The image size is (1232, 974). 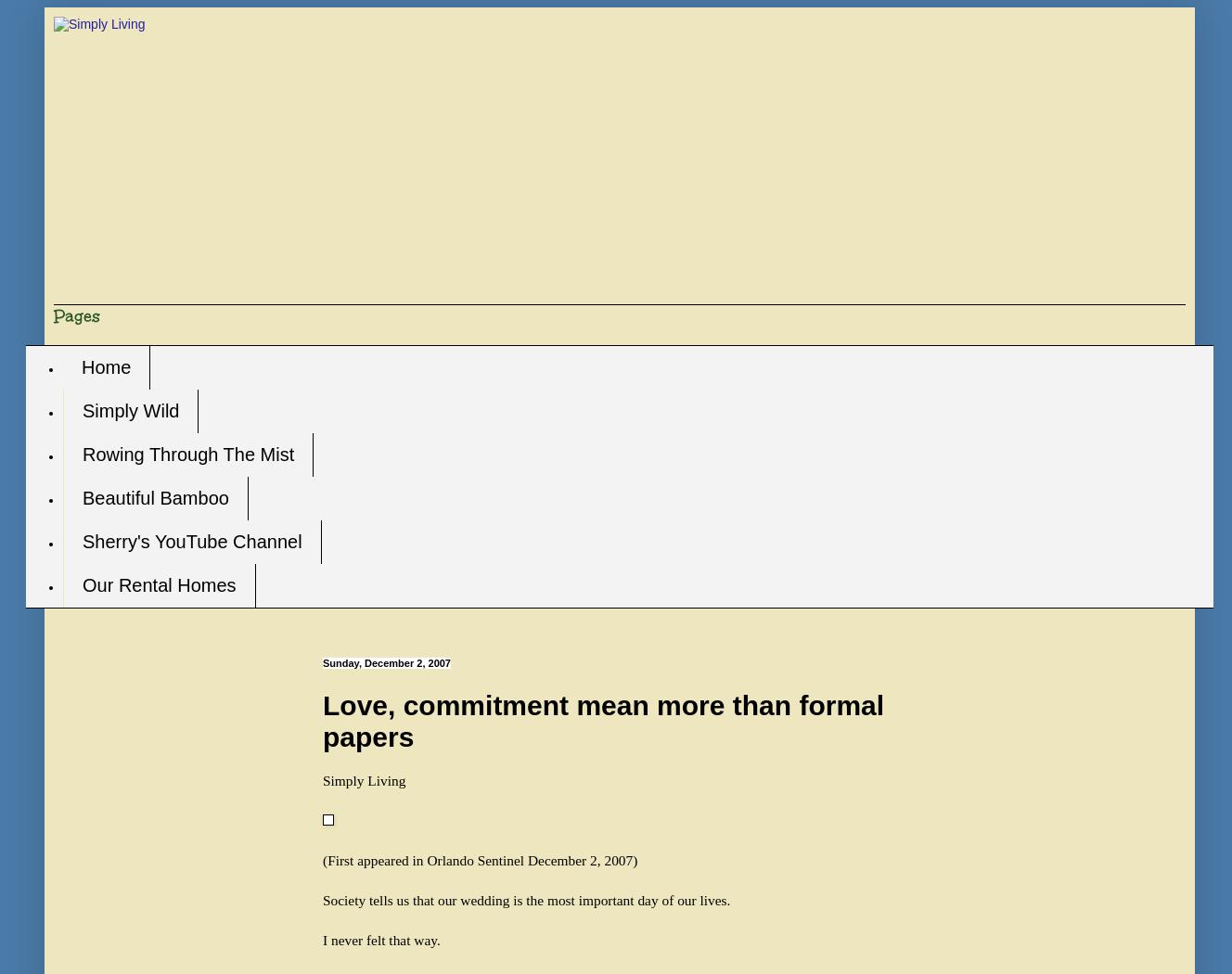 I want to click on '(First appeared in Orlando Sentinel December 2, 2007)', so click(x=321, y=859).